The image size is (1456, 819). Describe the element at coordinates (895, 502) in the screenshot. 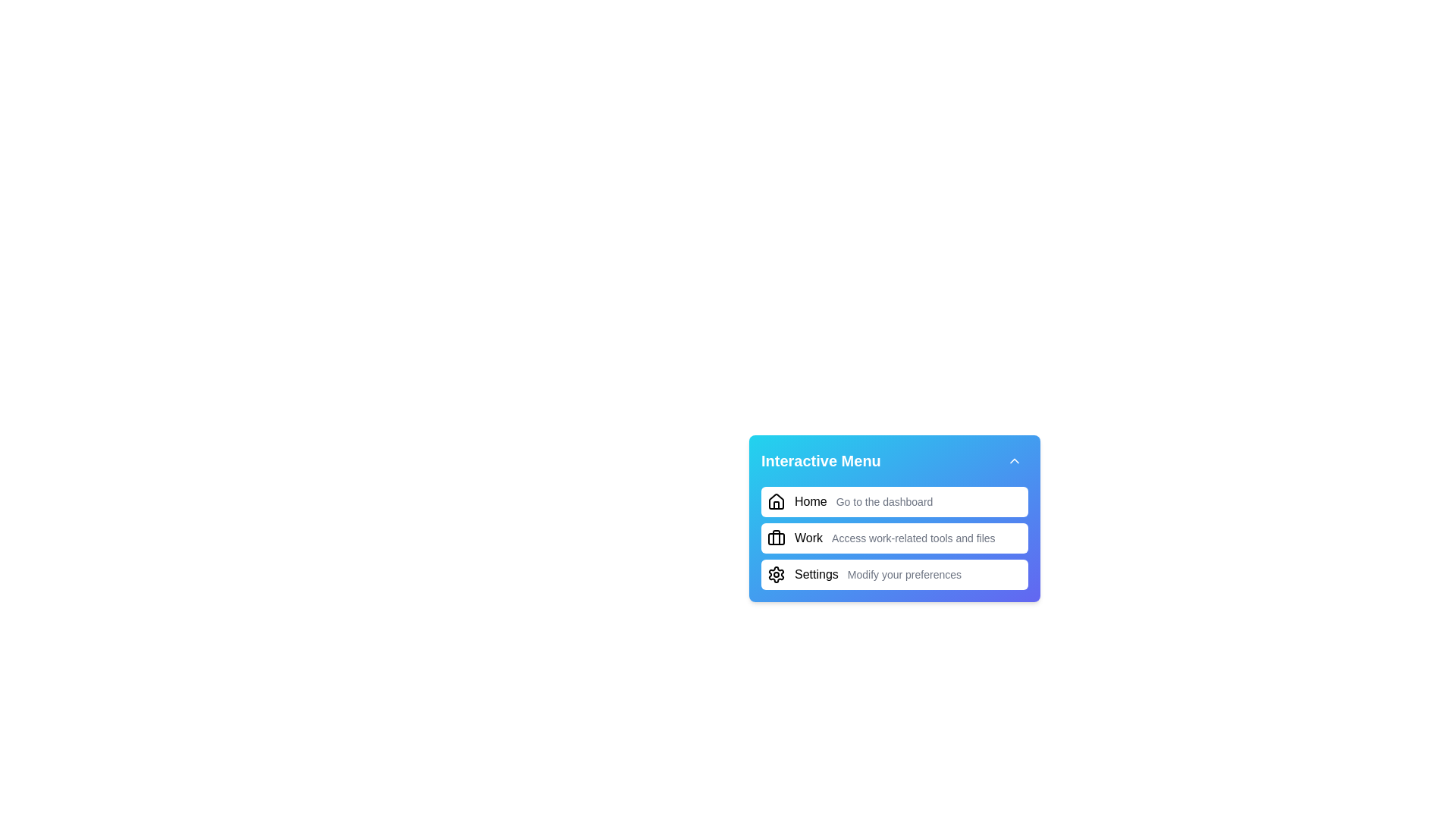

I see `the first menu item labeled 'Home' with a house icon` at that location.